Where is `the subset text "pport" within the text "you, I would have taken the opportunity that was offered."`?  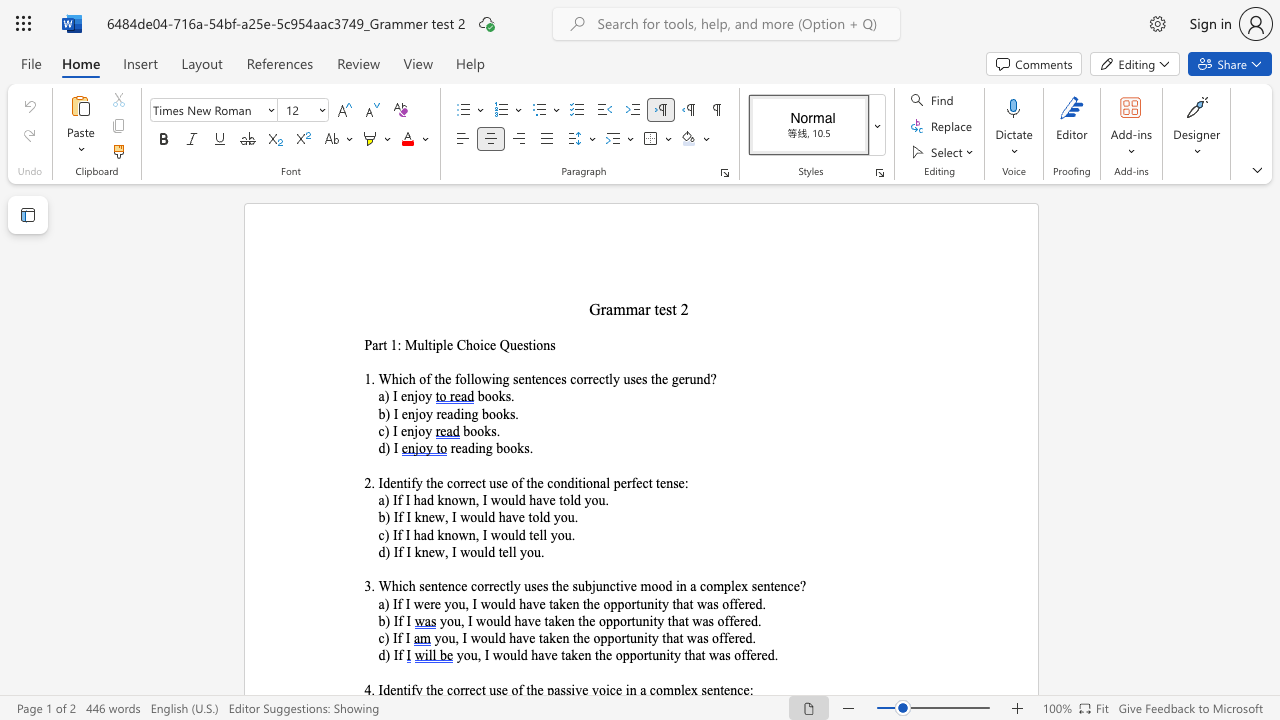
the subset text "pport" within the text "you, I would have taken the opportunity that was offered." is located at coordinates (599, 638).